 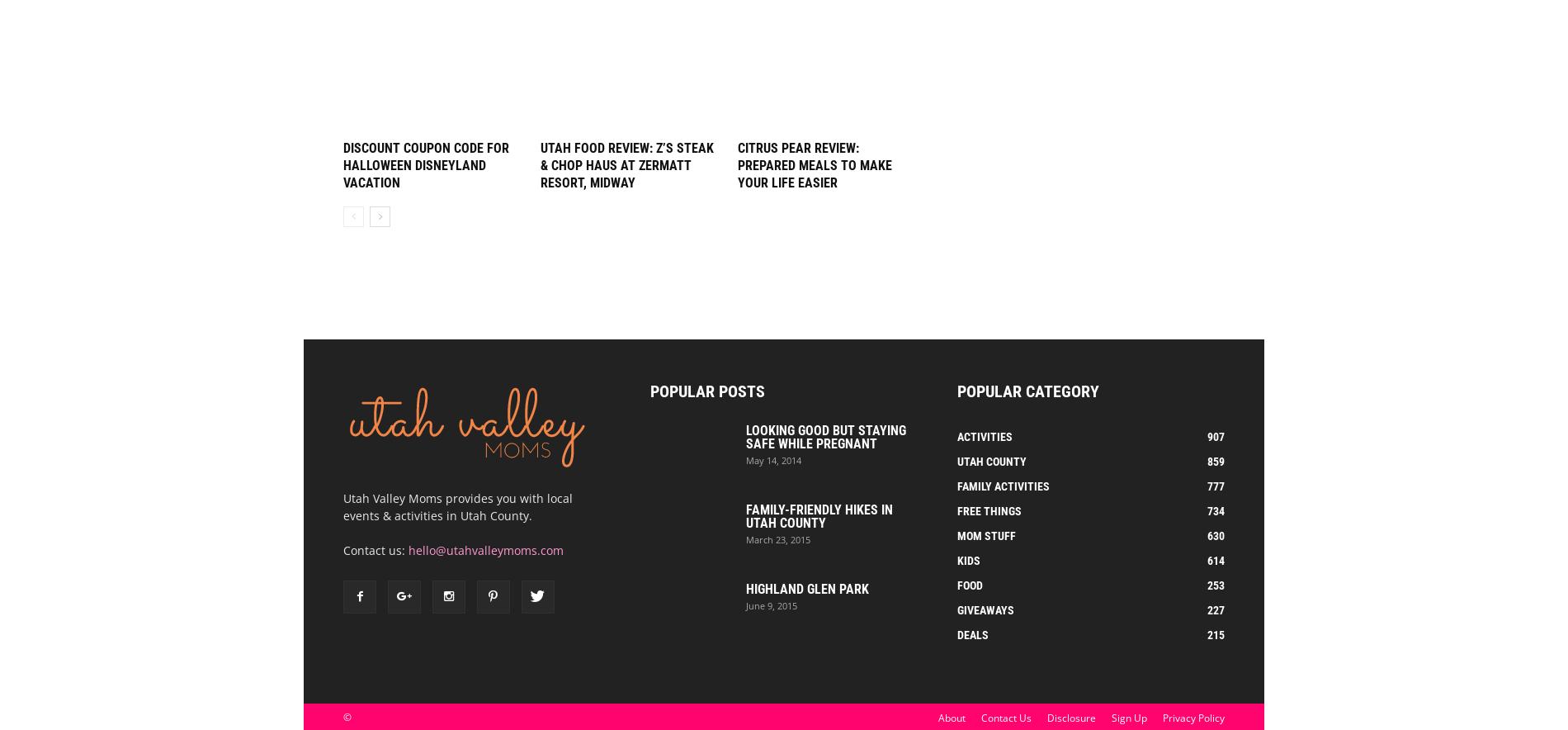 What do you see at coordinates (807, 588) in the screenshot?
I see `'Highland Glen Park'` at bounding box center [807, 588].